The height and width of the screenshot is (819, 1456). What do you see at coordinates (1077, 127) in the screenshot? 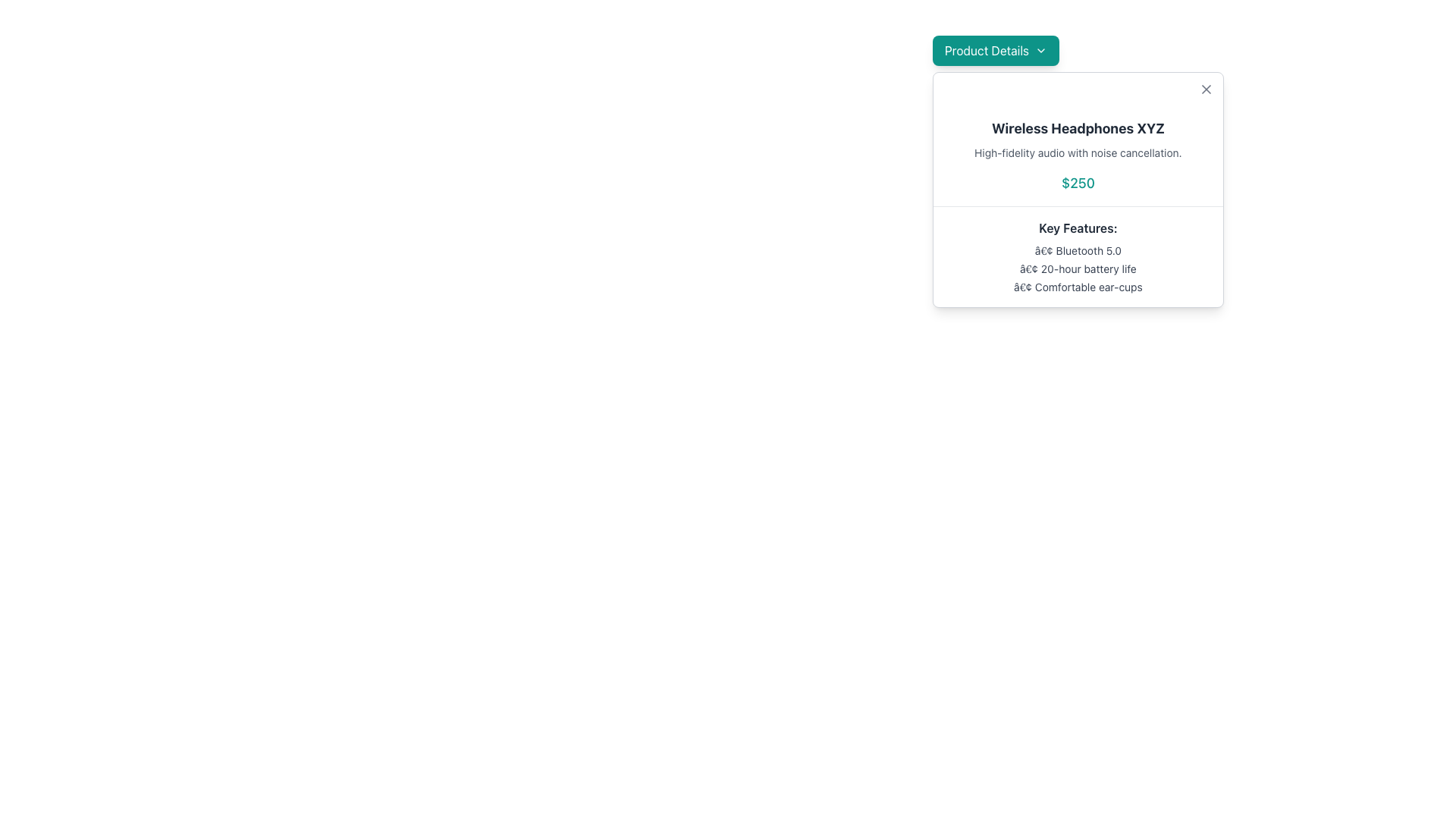
I see `the bold text label that says 'Wireless Headphones XYZ', positioned at the top-center of the product information card` at bounding box center [1077, 127].